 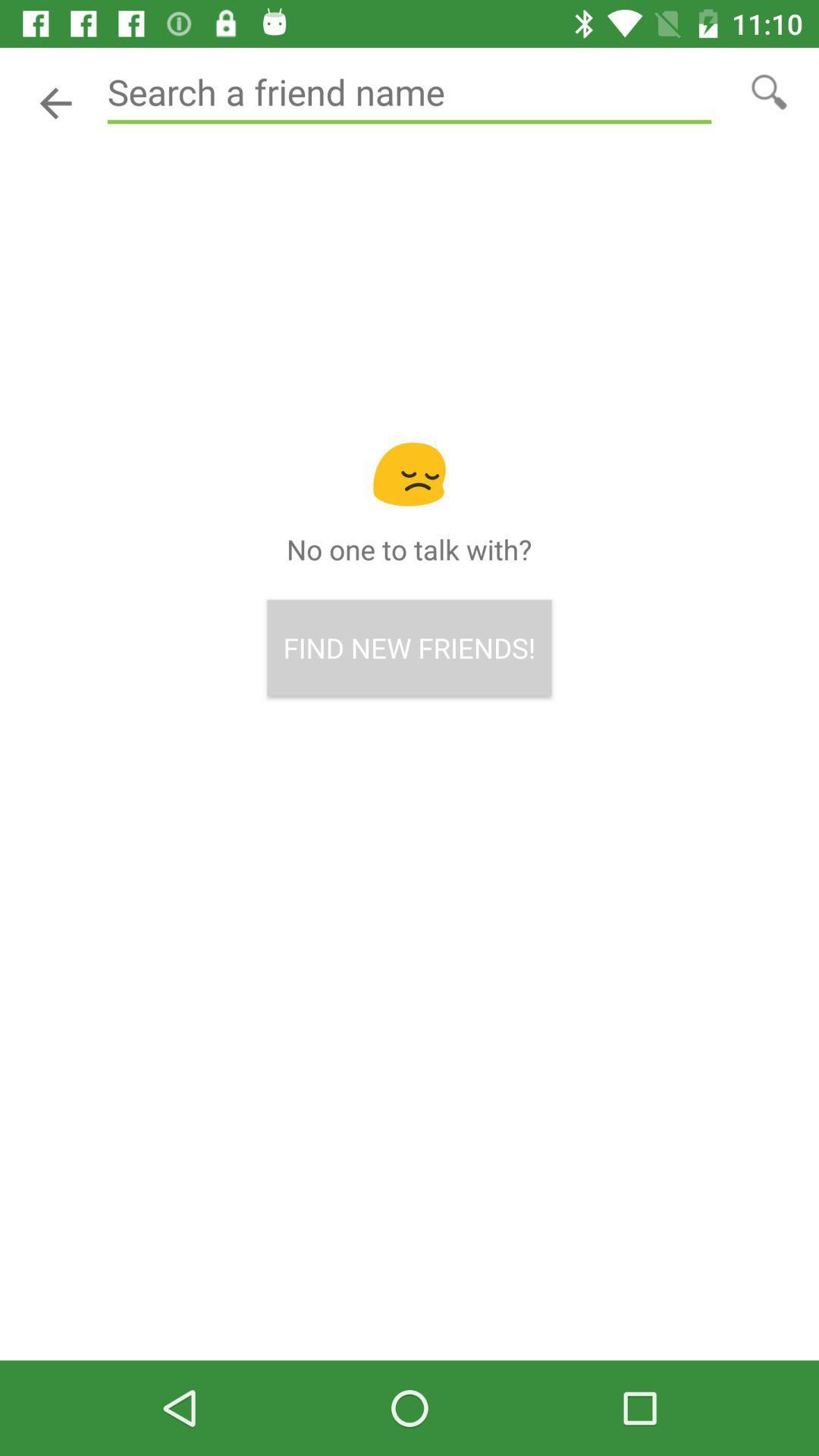 I want to click on return previous screen, so click(x=55, y=102).